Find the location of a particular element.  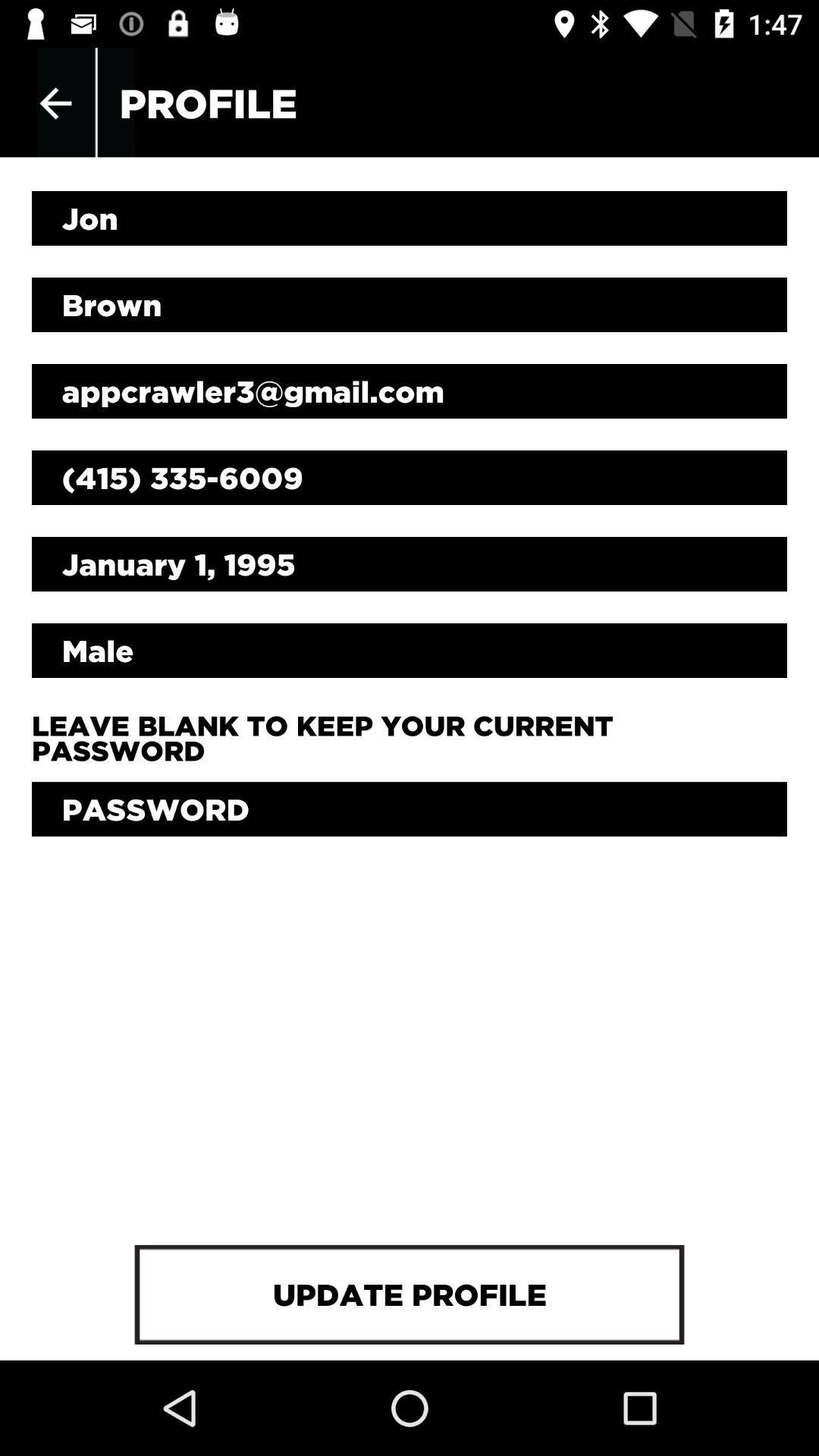

app to the left of the profile is located at coordinates (55, 102).